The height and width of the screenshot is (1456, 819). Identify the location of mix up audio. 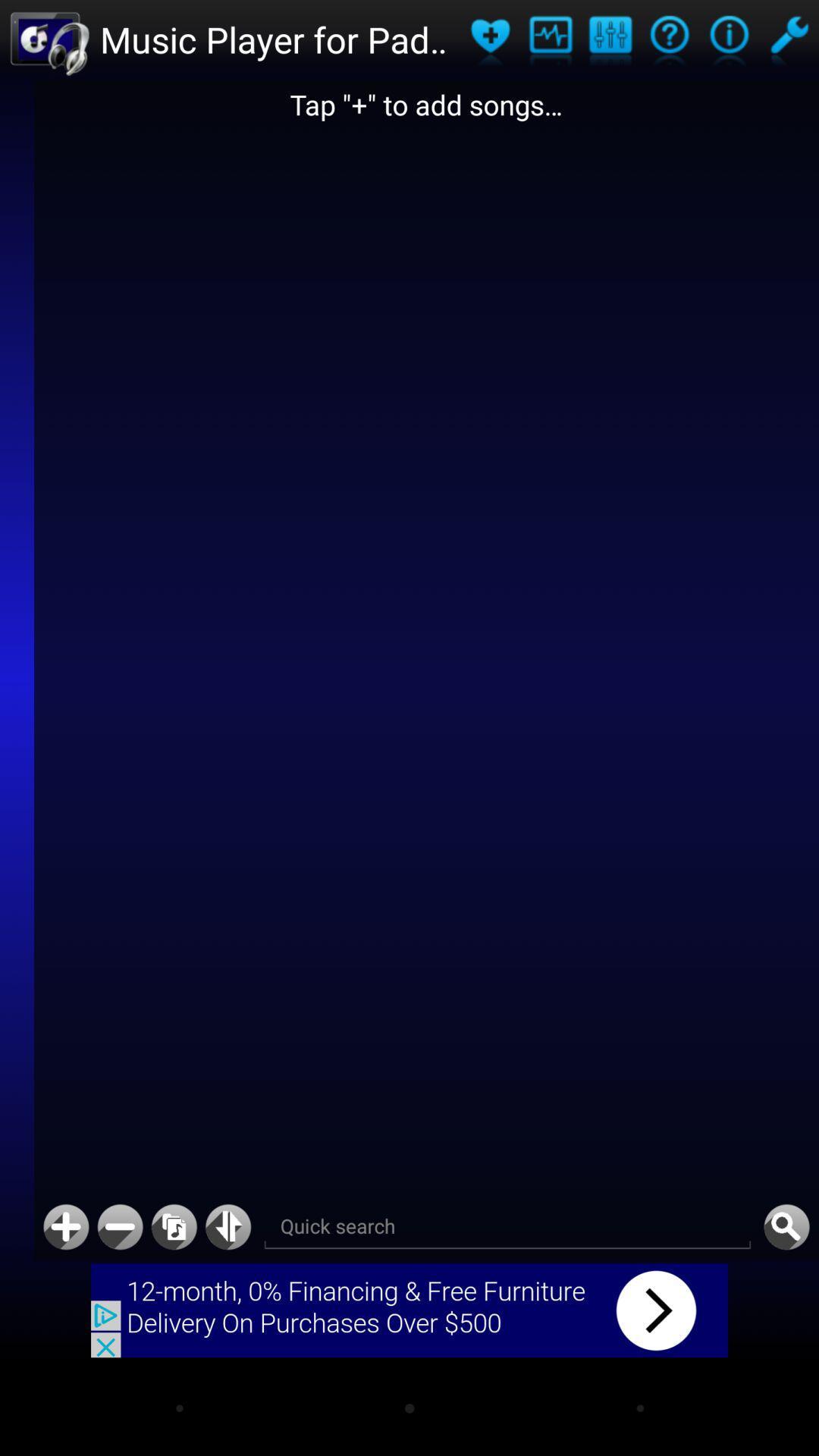
(609, 39).